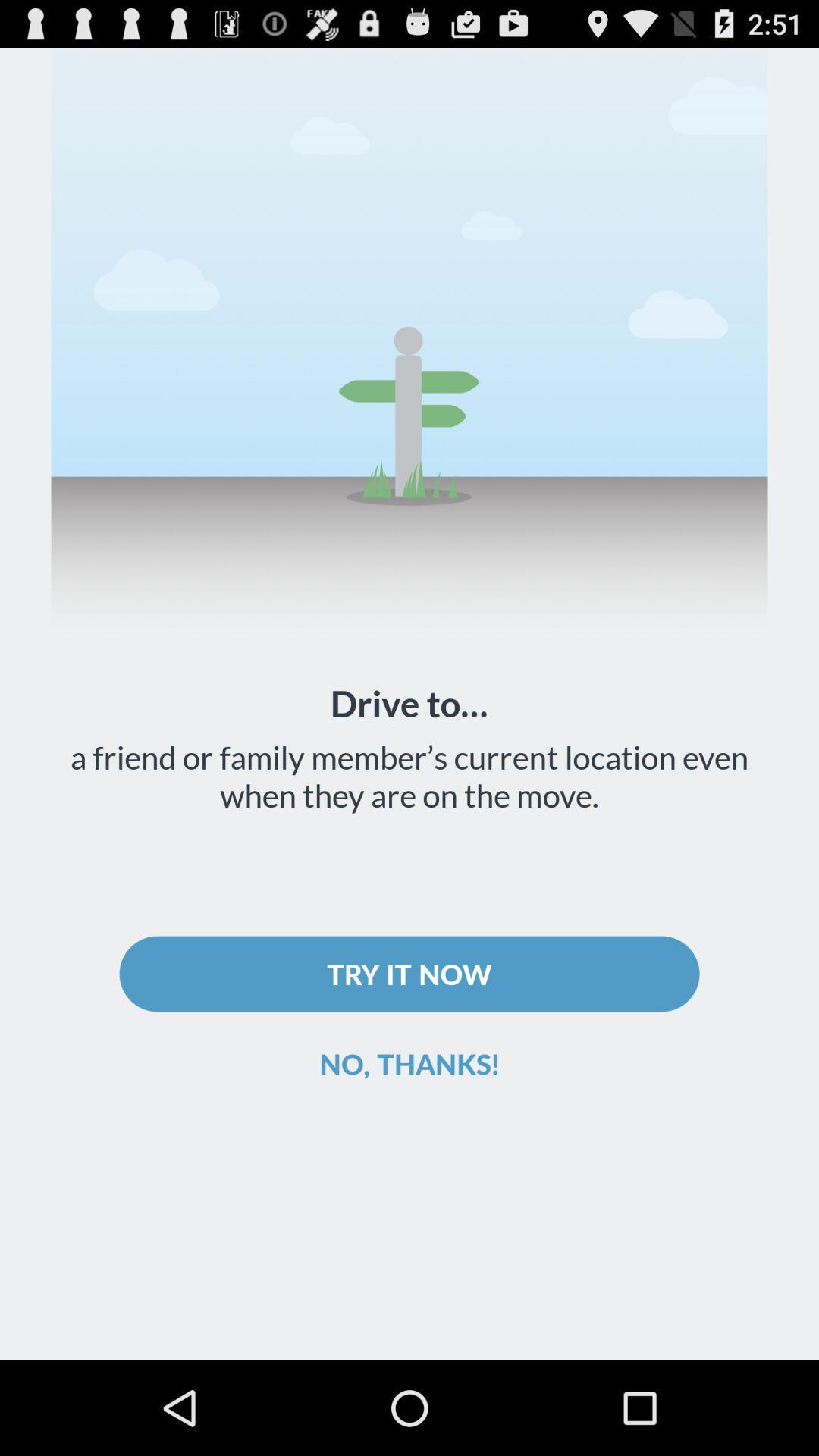 This screenshot has height=1456, width=819. I want to click on icon below a friend or, so click(409, 974).